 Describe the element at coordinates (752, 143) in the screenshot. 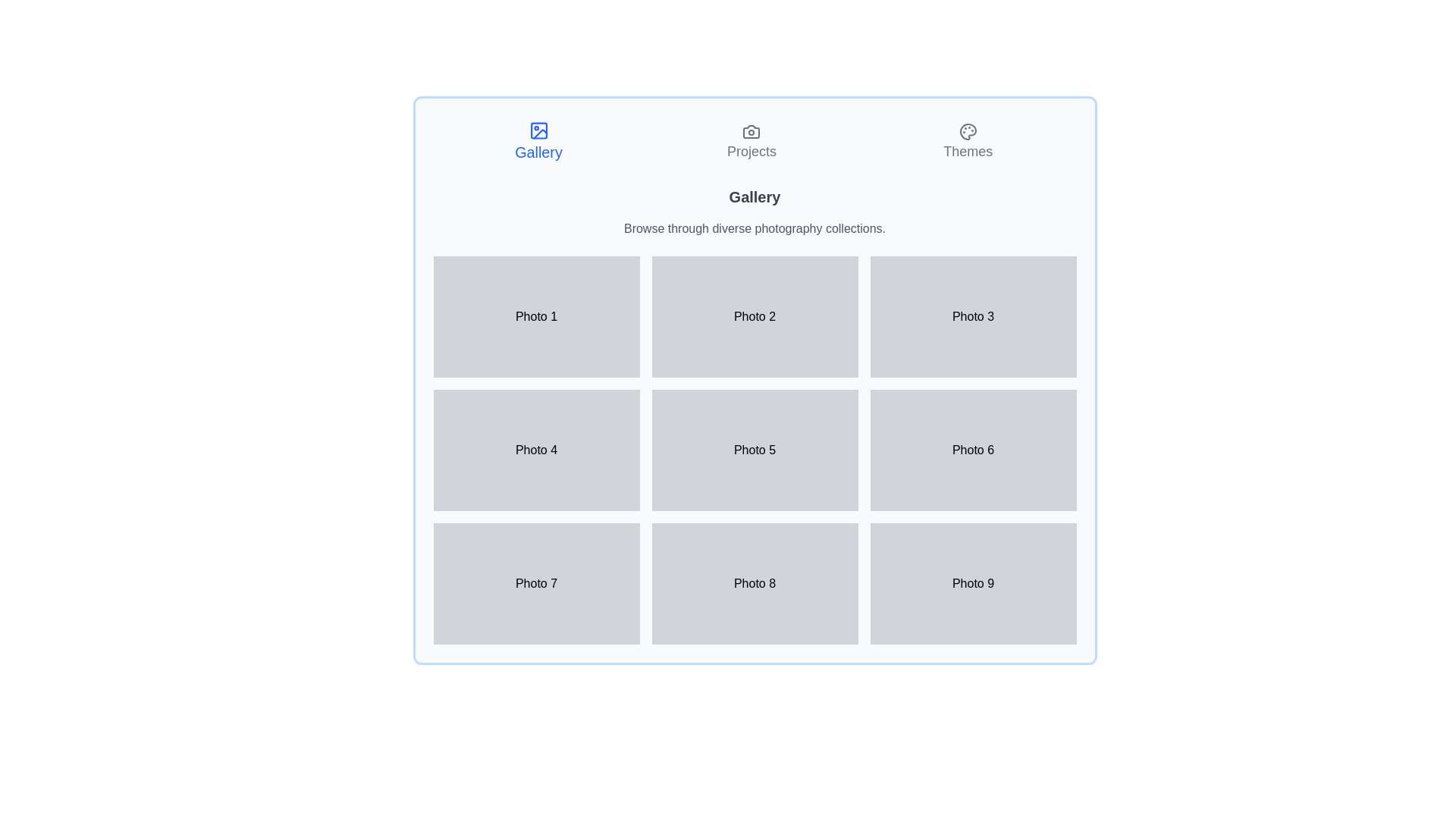

I see `the 'Projects' button, which is a rounded box styled button with a camera icon and gray text, located centrally between 'Gallery' and 'Themes'` at that location.